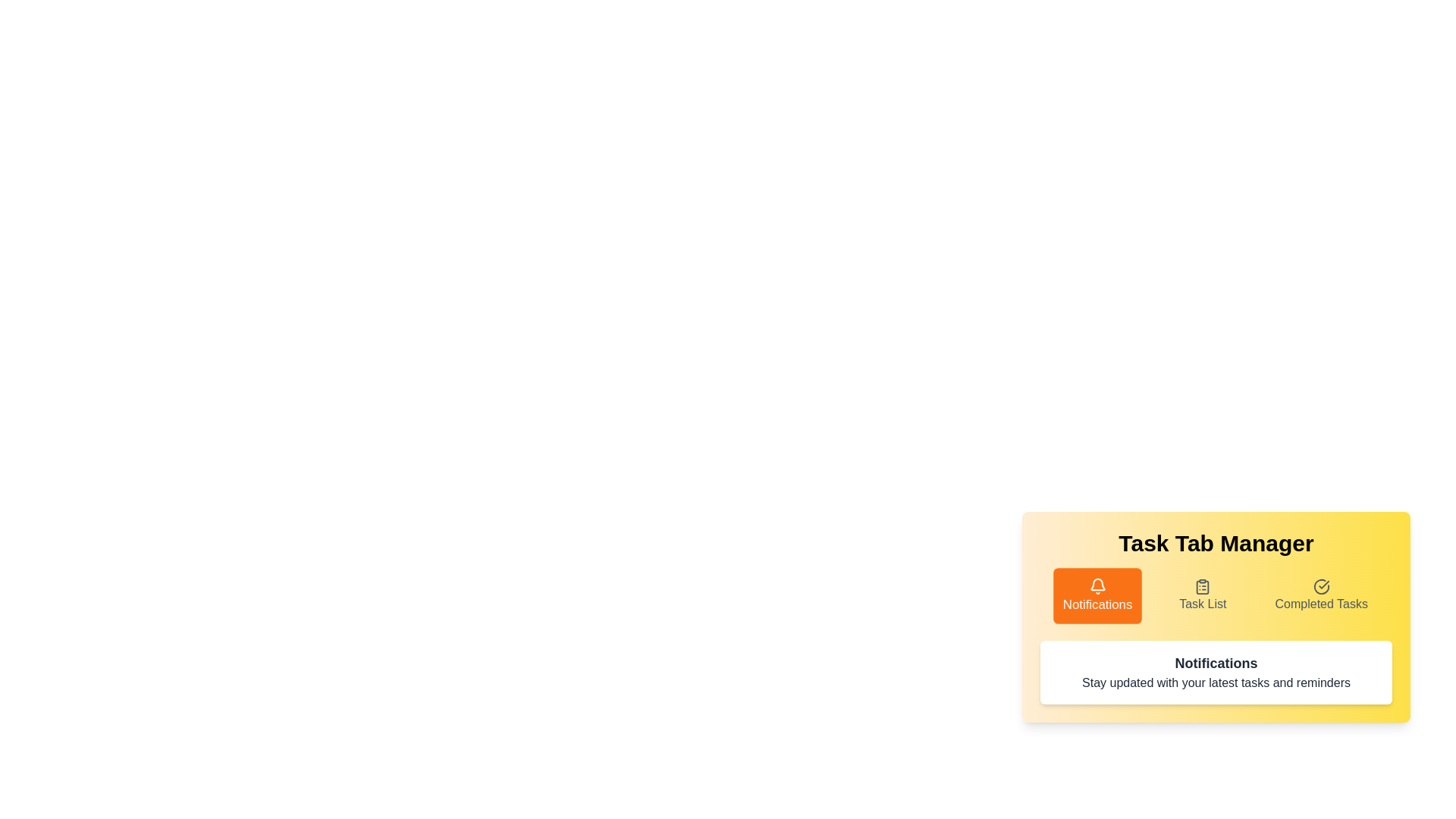 The height and width of the screenshot is (819, 1456). What do you see at coordinates (1216, 672) in the screenshot?
I see `the text area to select the text` at bounding box center [1216, 672].